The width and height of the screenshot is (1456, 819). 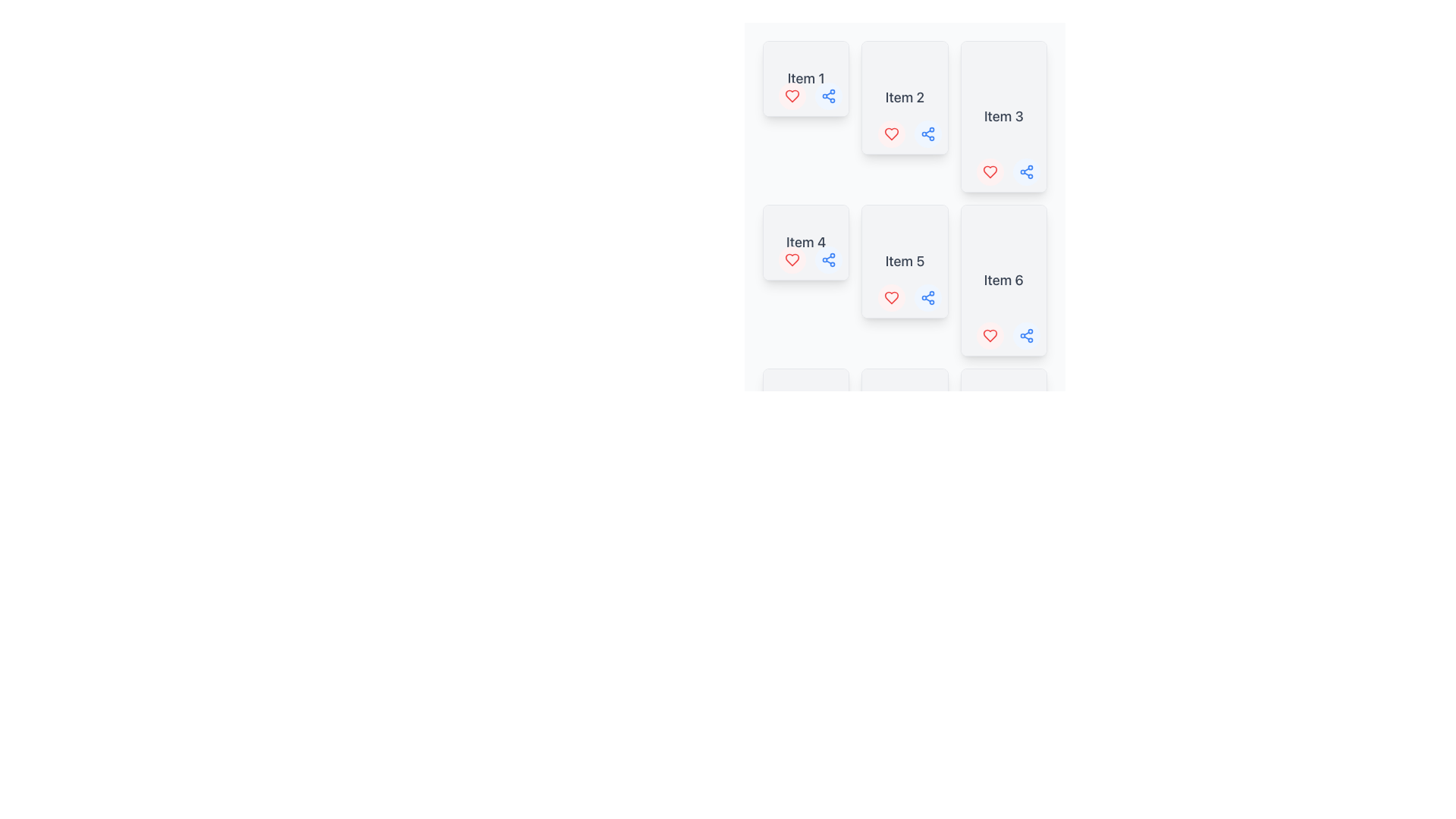 I want to click on the heart icon located below 'Item 4' and to the left of the blue share icon to like or favorite the item, so click(x=792, y=259).